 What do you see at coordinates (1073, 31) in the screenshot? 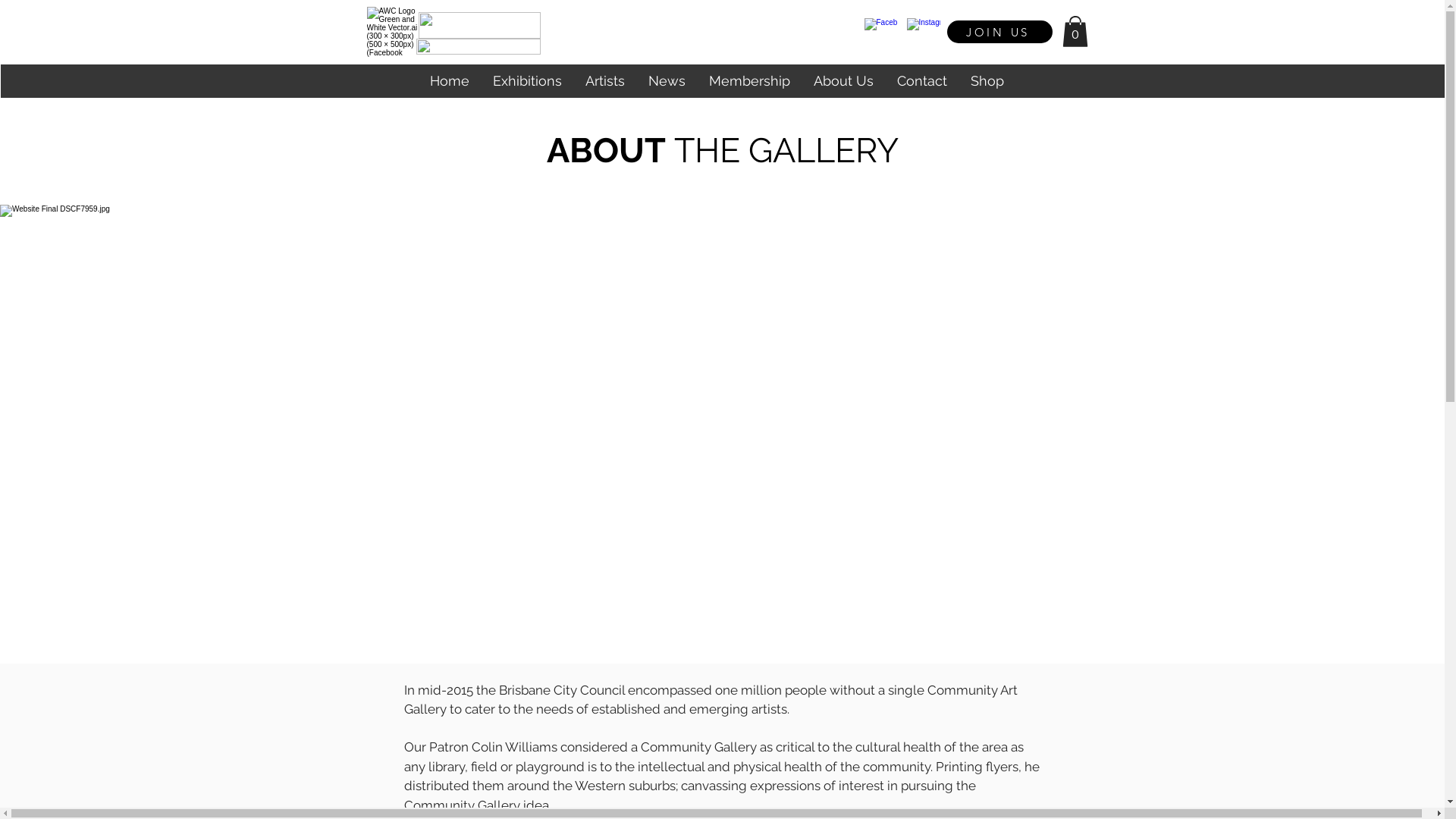
I see `'0'` at bounding box center [1073, 31].